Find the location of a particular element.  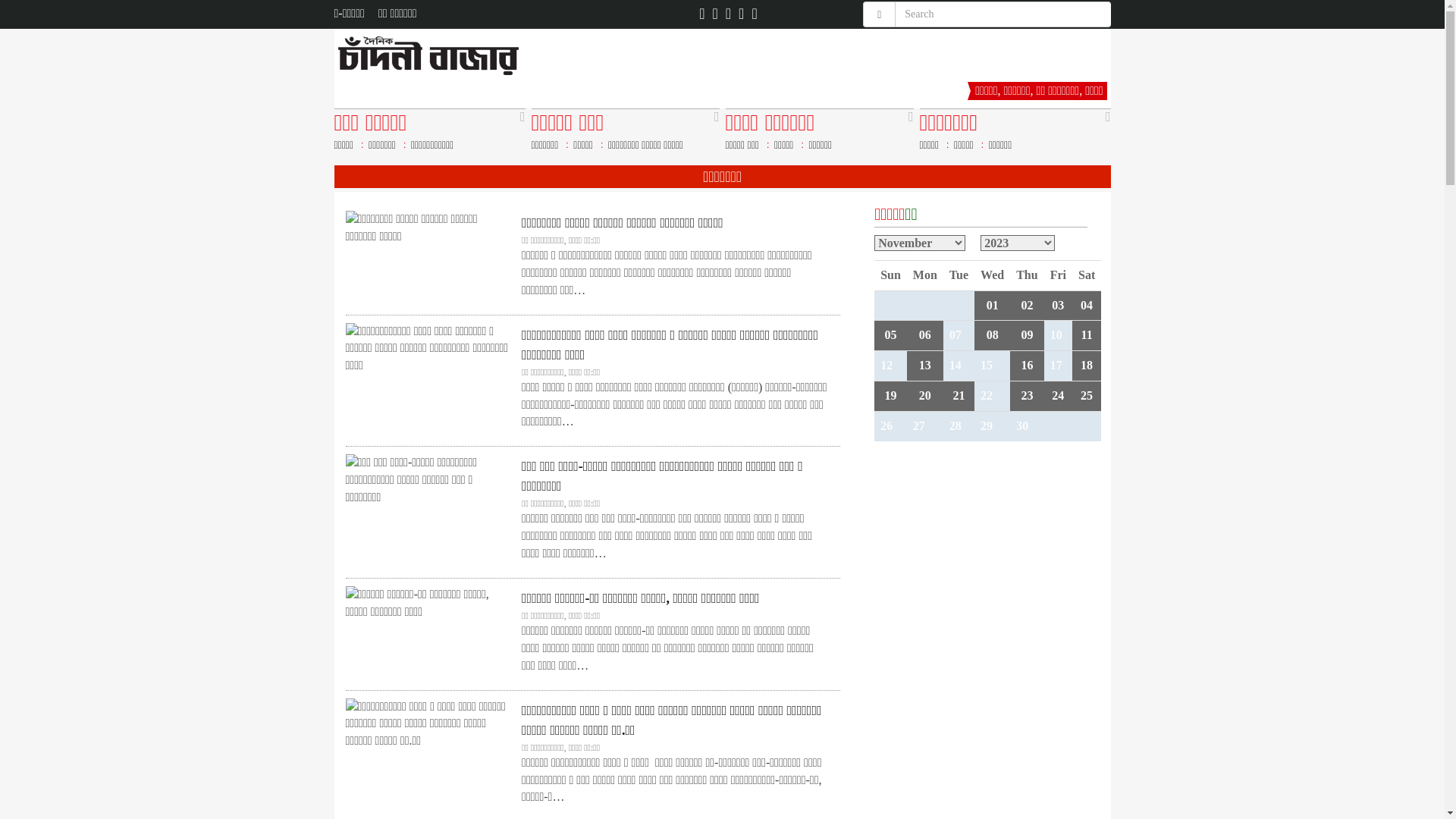

'03' is located at coordinates (1057, 305).